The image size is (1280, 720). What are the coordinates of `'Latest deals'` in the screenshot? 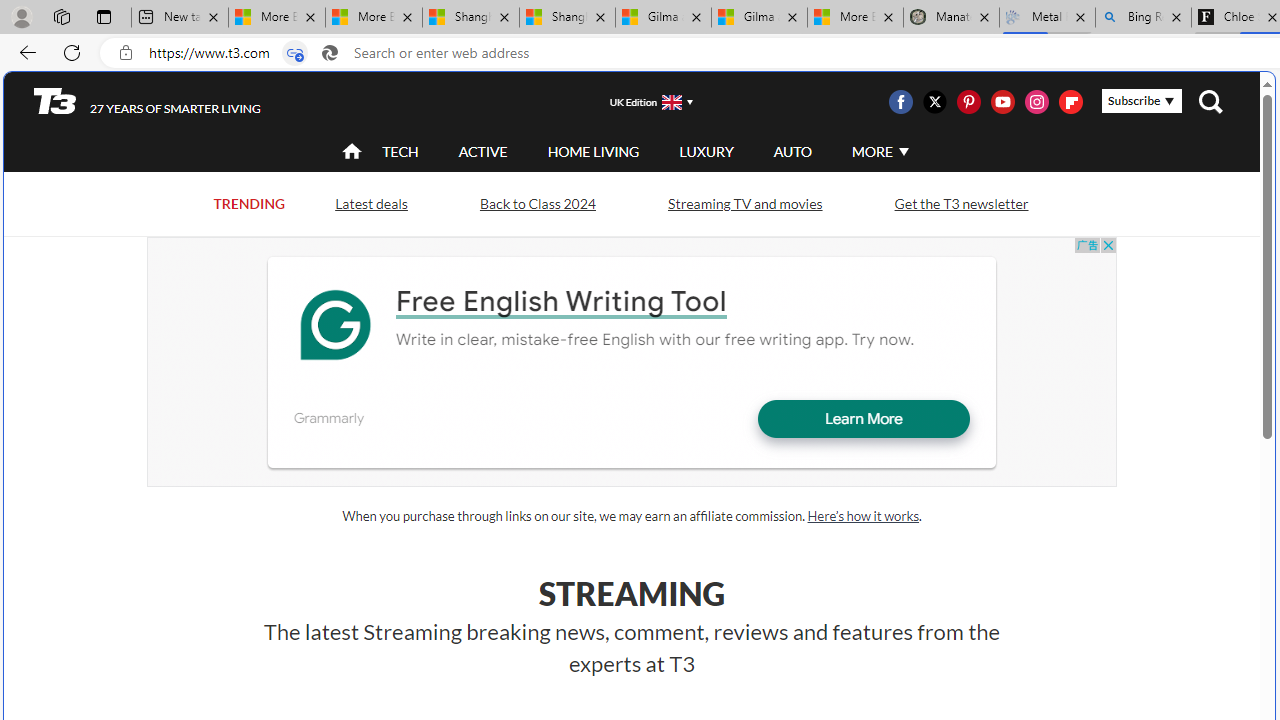 It's located at (371, 204).